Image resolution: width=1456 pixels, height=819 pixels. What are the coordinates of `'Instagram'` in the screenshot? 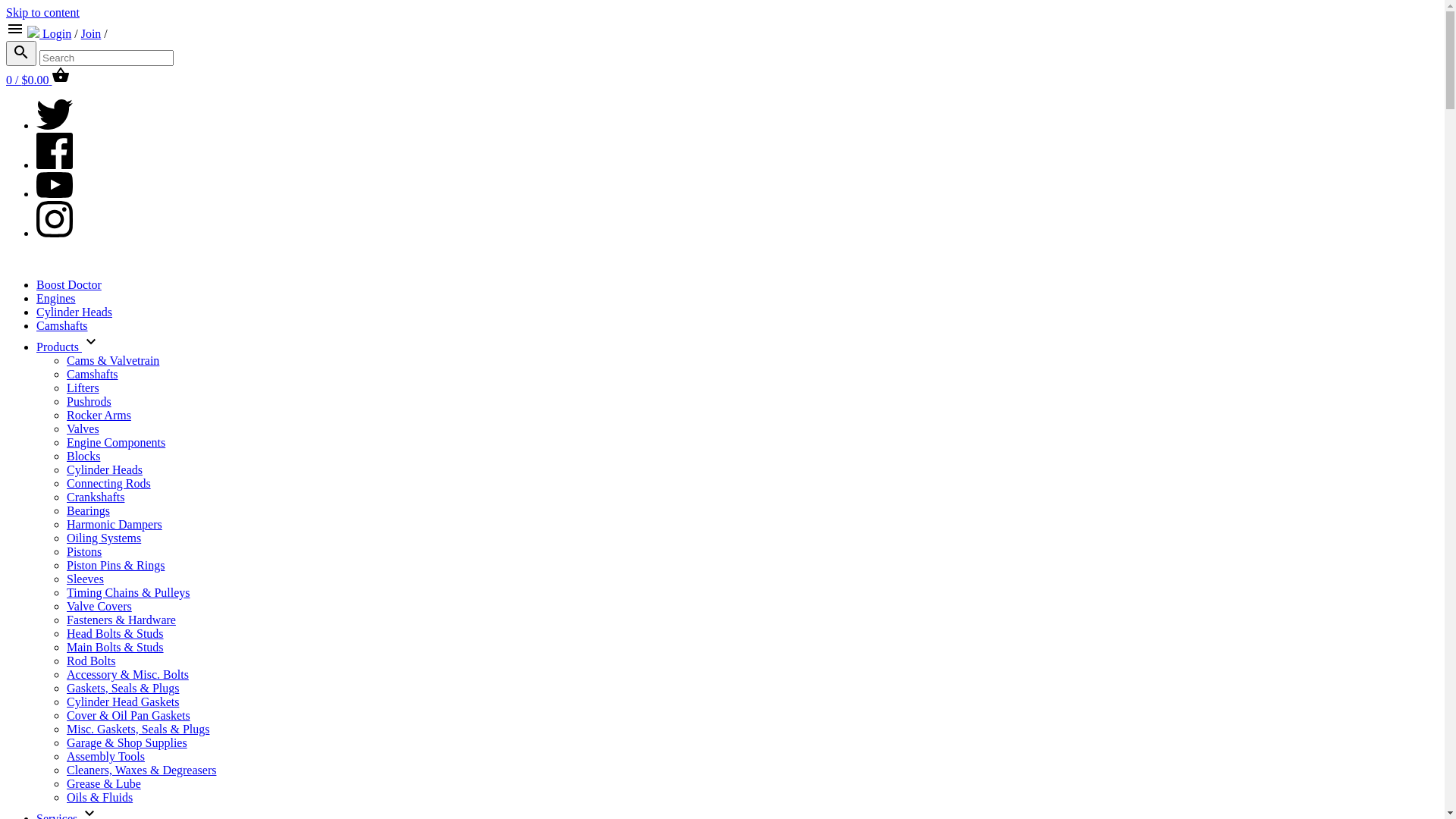 It's located at (36, 233).